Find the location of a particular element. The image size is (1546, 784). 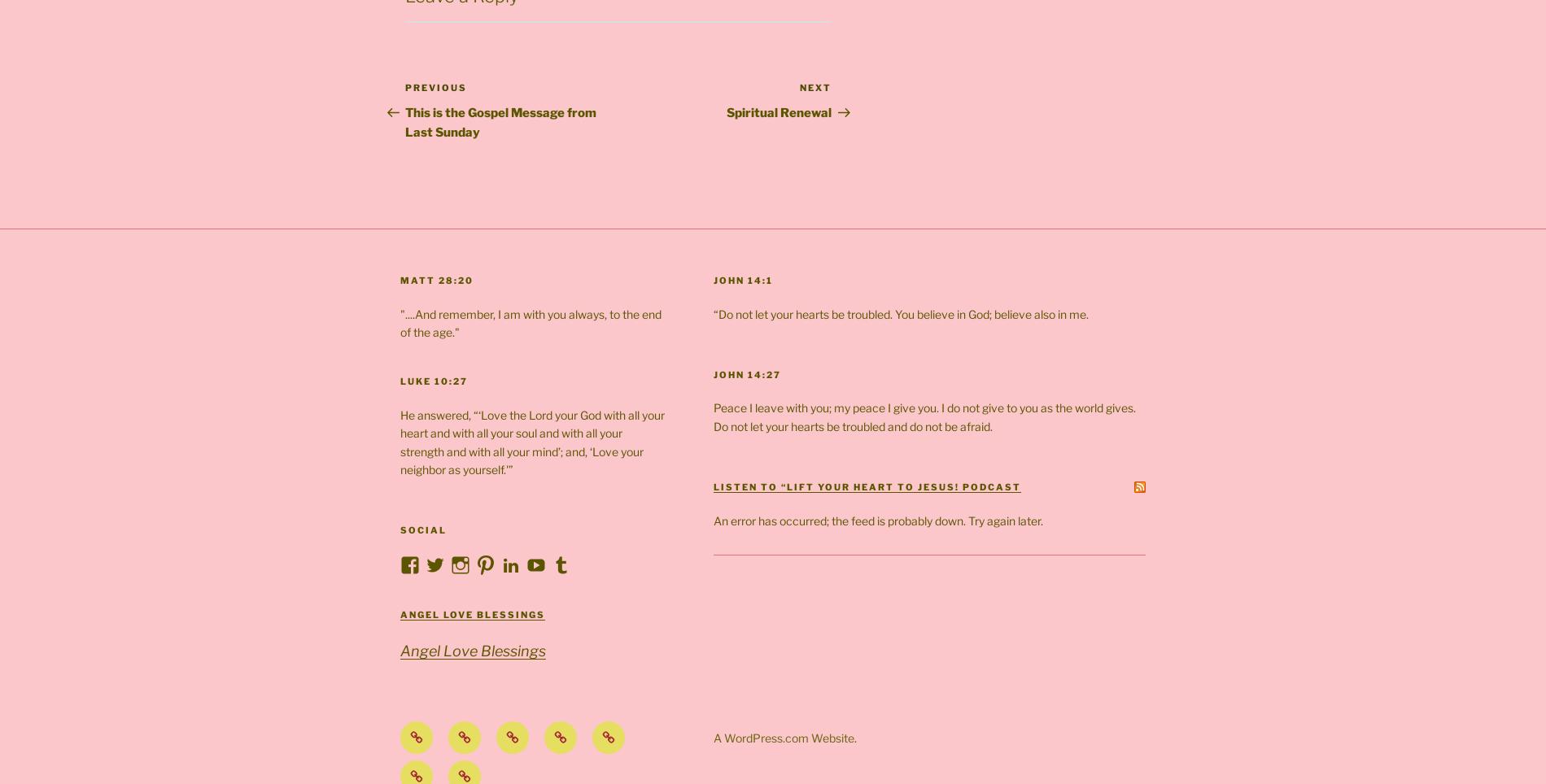

'Social' is located at coordinates (423, 529).